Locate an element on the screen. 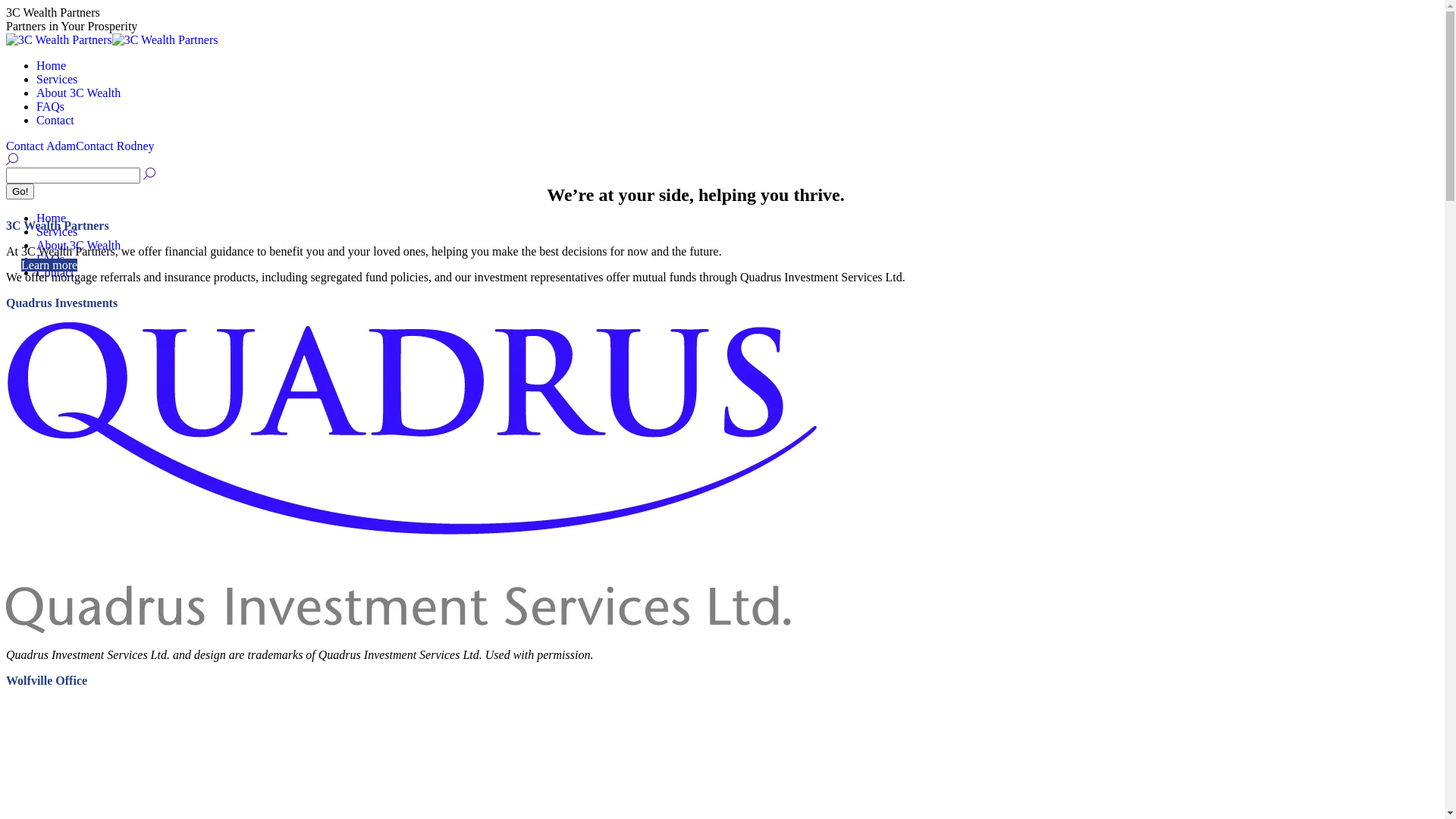 The image size is (1456, 819). 'Contact Rodney' is located at coordinates (115, 146).